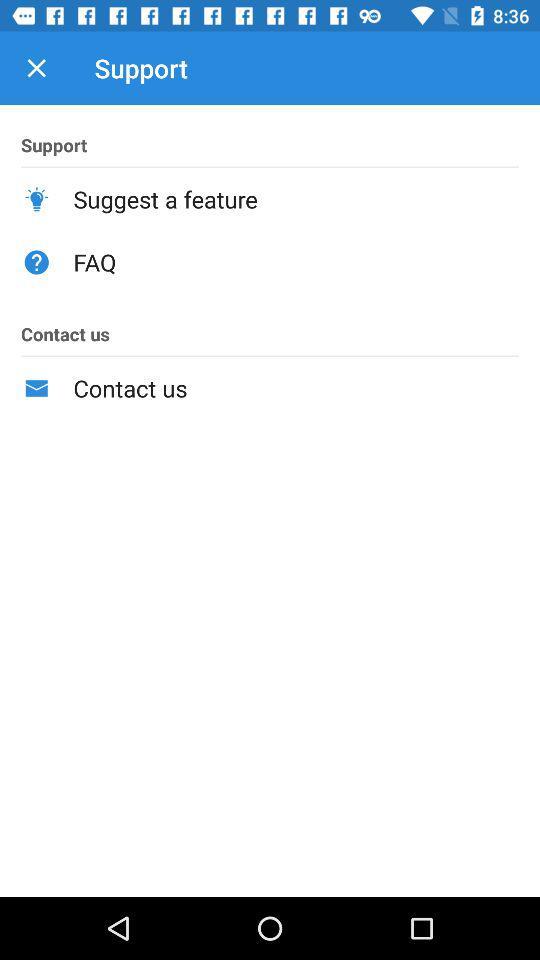 Image resolution: width=540 pixels, height=960 pixels. Describe the element at coordinates (295, 261) in the screenshot. I see `icon below suggest a feature icon` at that location.